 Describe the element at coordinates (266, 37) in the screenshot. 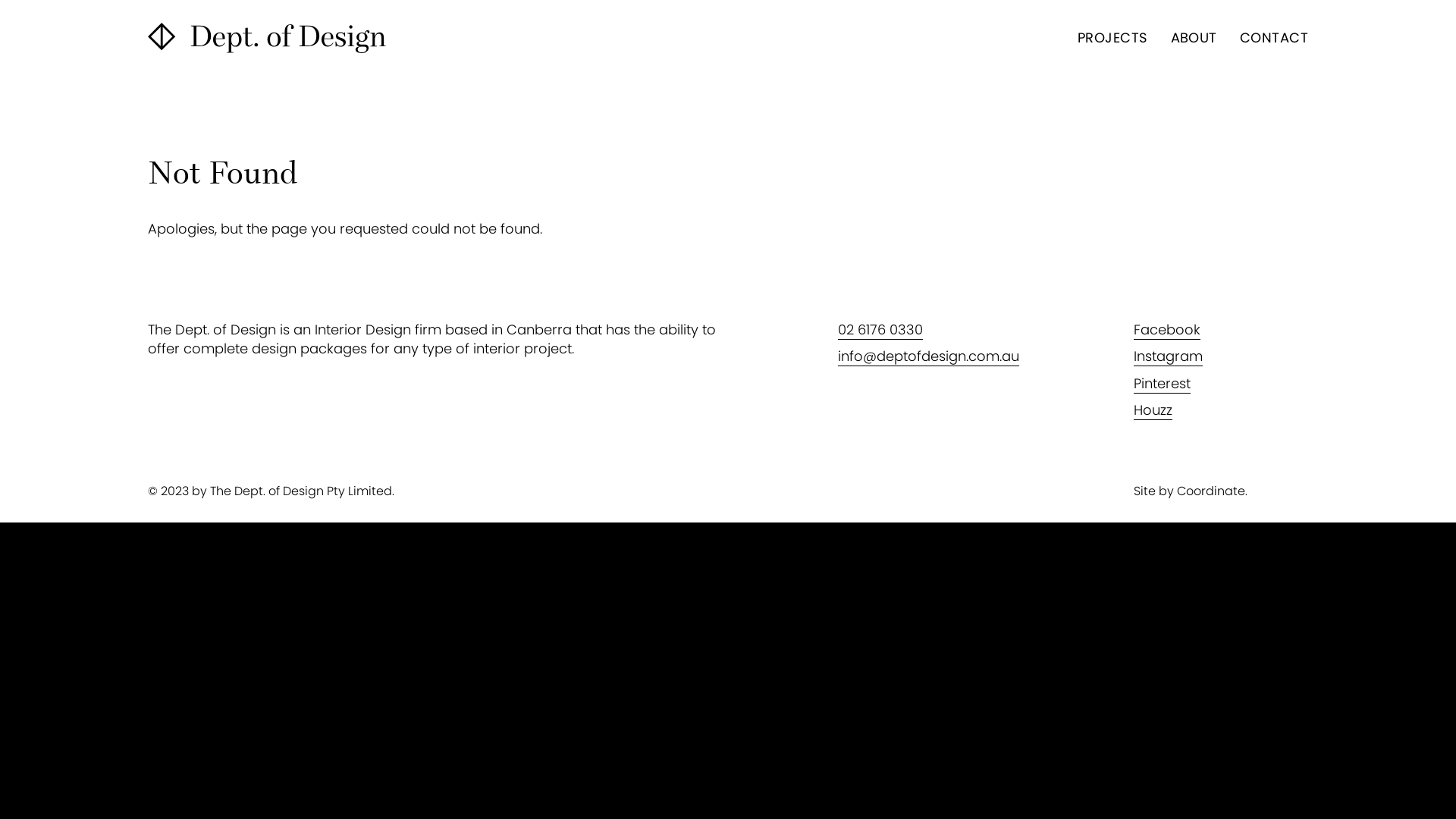

I see `'The Dept. of Design'` at that location.